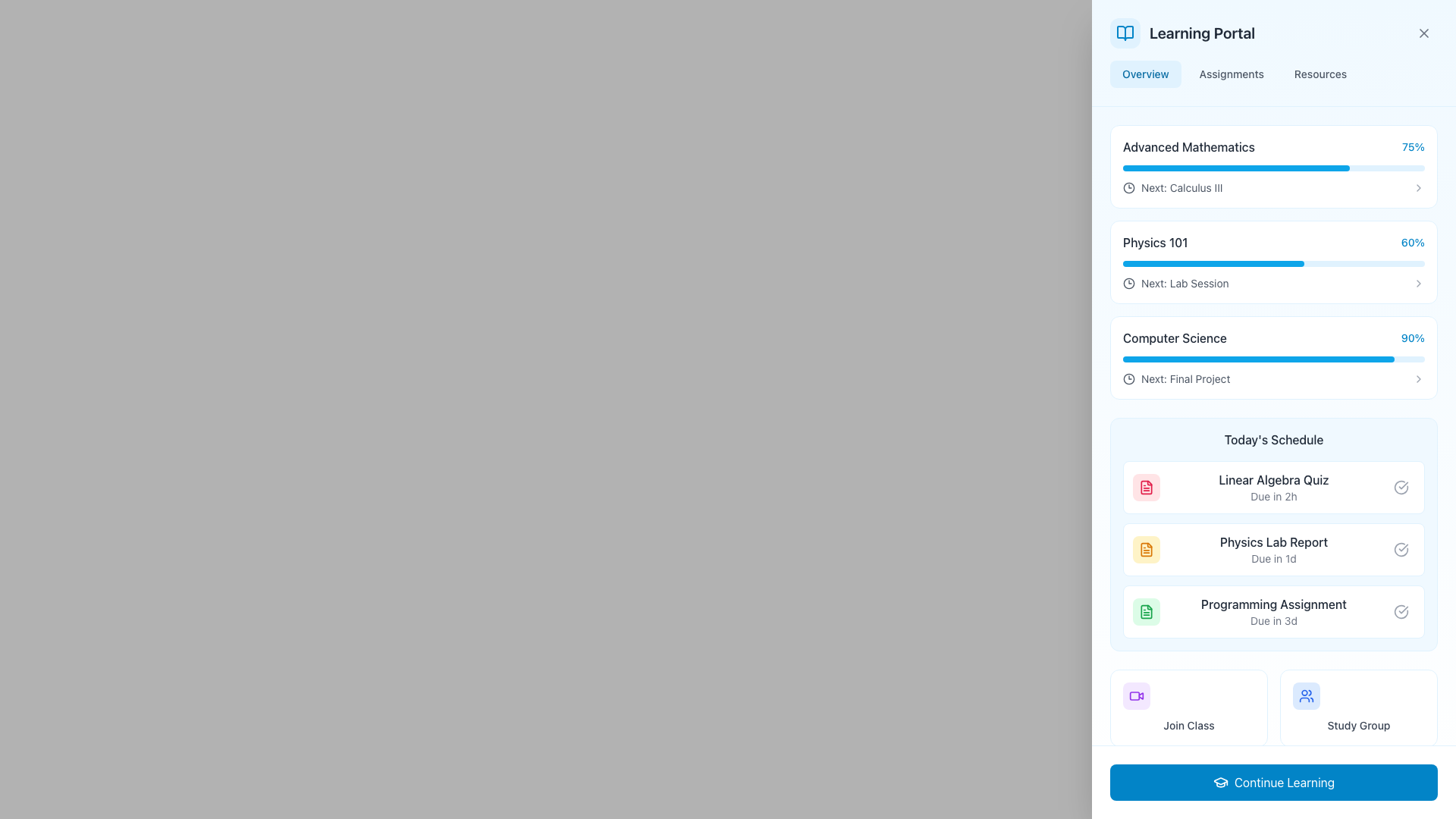  What do you see at coordinates (1147, 550) in the screenshot?
I see `the document icon with three horizontal lines in the 'Today's Schedule' section of the 'Physics Lab Report' item, which is associated with the orange card` at bounding box center [1147, 550].